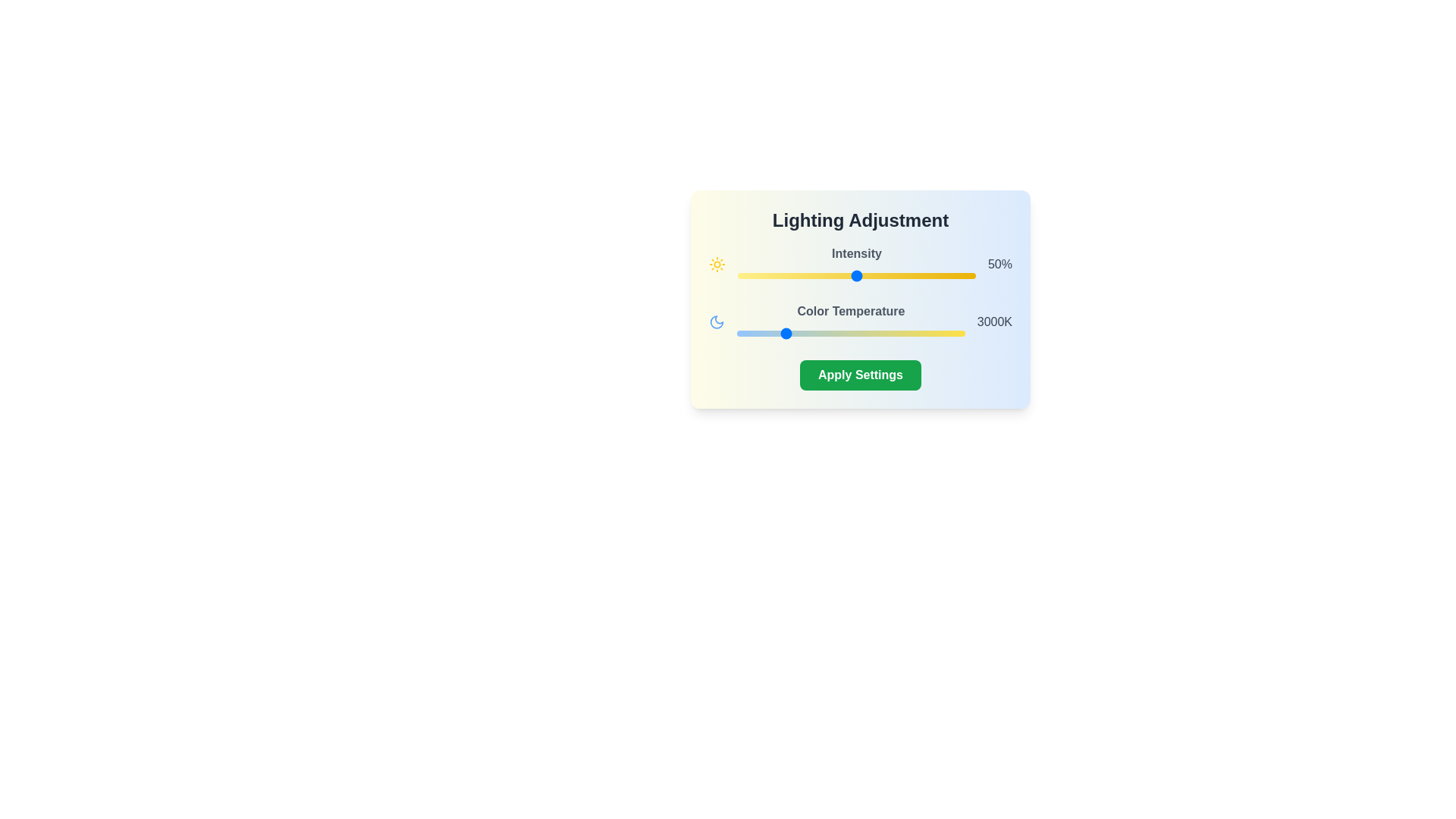 The height and width of the screenshot is (819, 1456). What do you see at coordinates (765, 332) in the screenshot?
I see `the color temperature slider to set it to 2619 Kelvin` at bounding box center [765, 332].